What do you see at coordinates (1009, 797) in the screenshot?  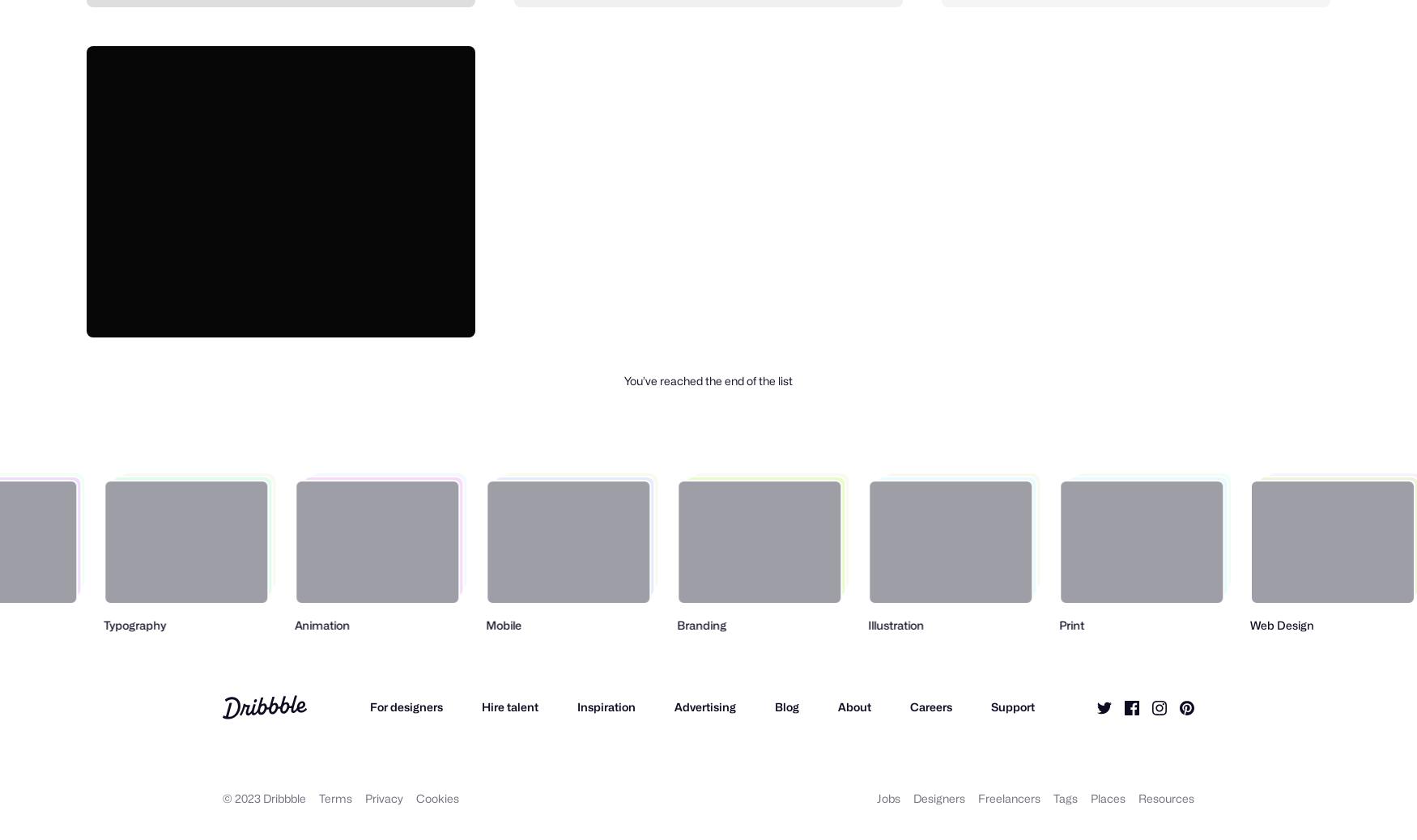 I see `'Freelancers'` at bounding box center [1009, 797].